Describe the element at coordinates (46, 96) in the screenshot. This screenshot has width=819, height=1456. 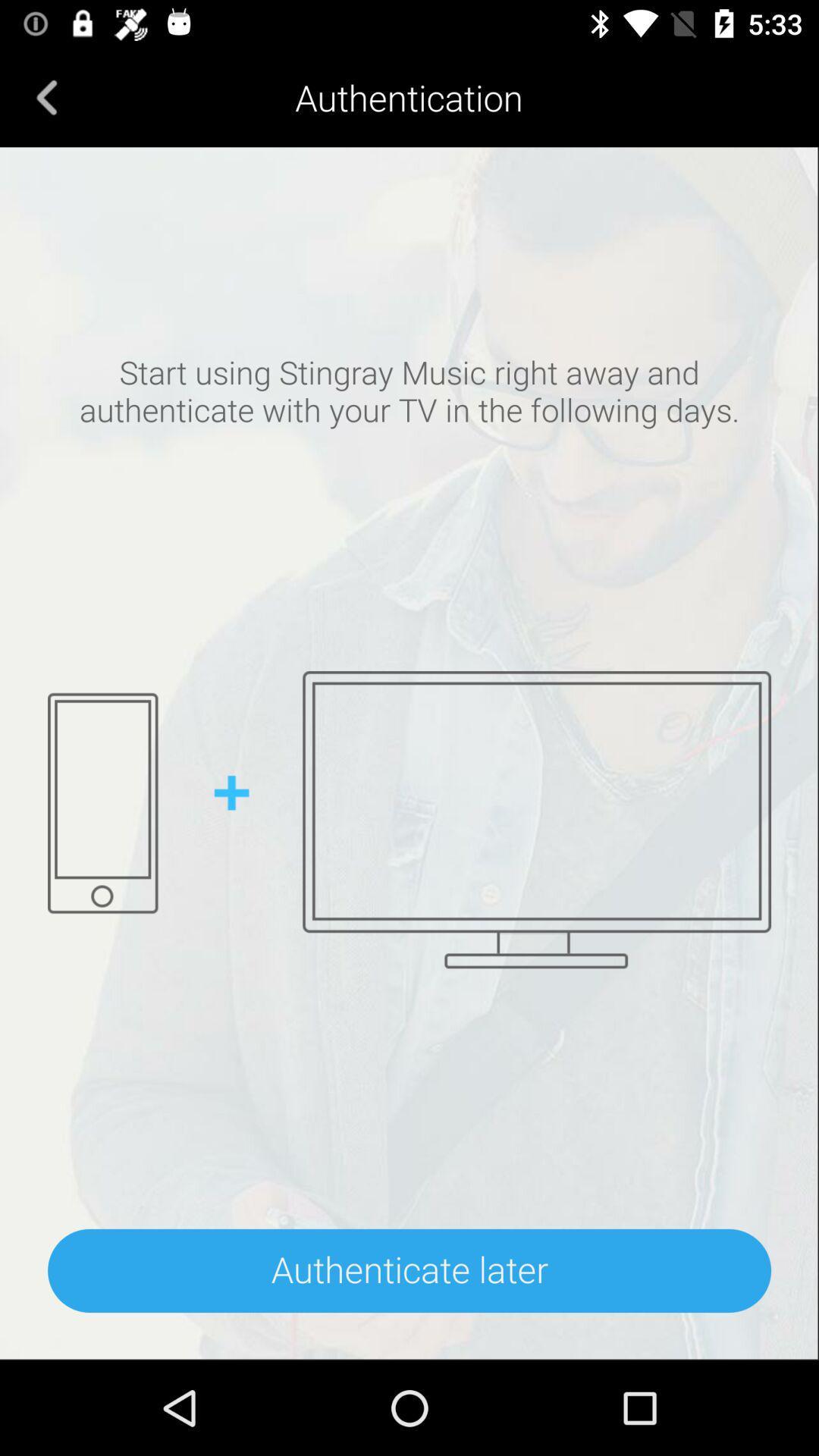
I see `icon next to authentication` at that location.